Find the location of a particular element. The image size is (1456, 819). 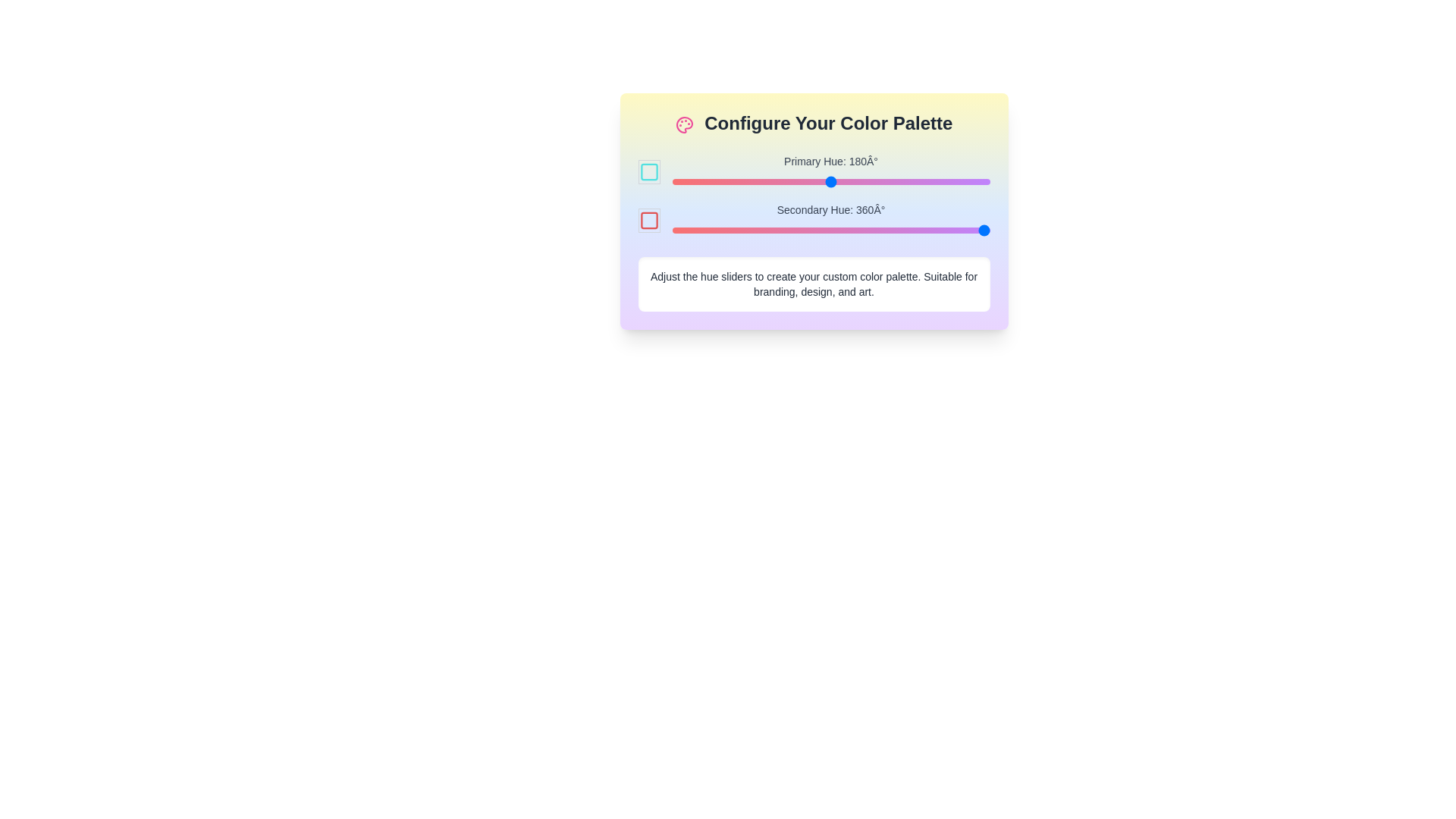

the gradient background area to inspect it is located at coordinates (813, 211).